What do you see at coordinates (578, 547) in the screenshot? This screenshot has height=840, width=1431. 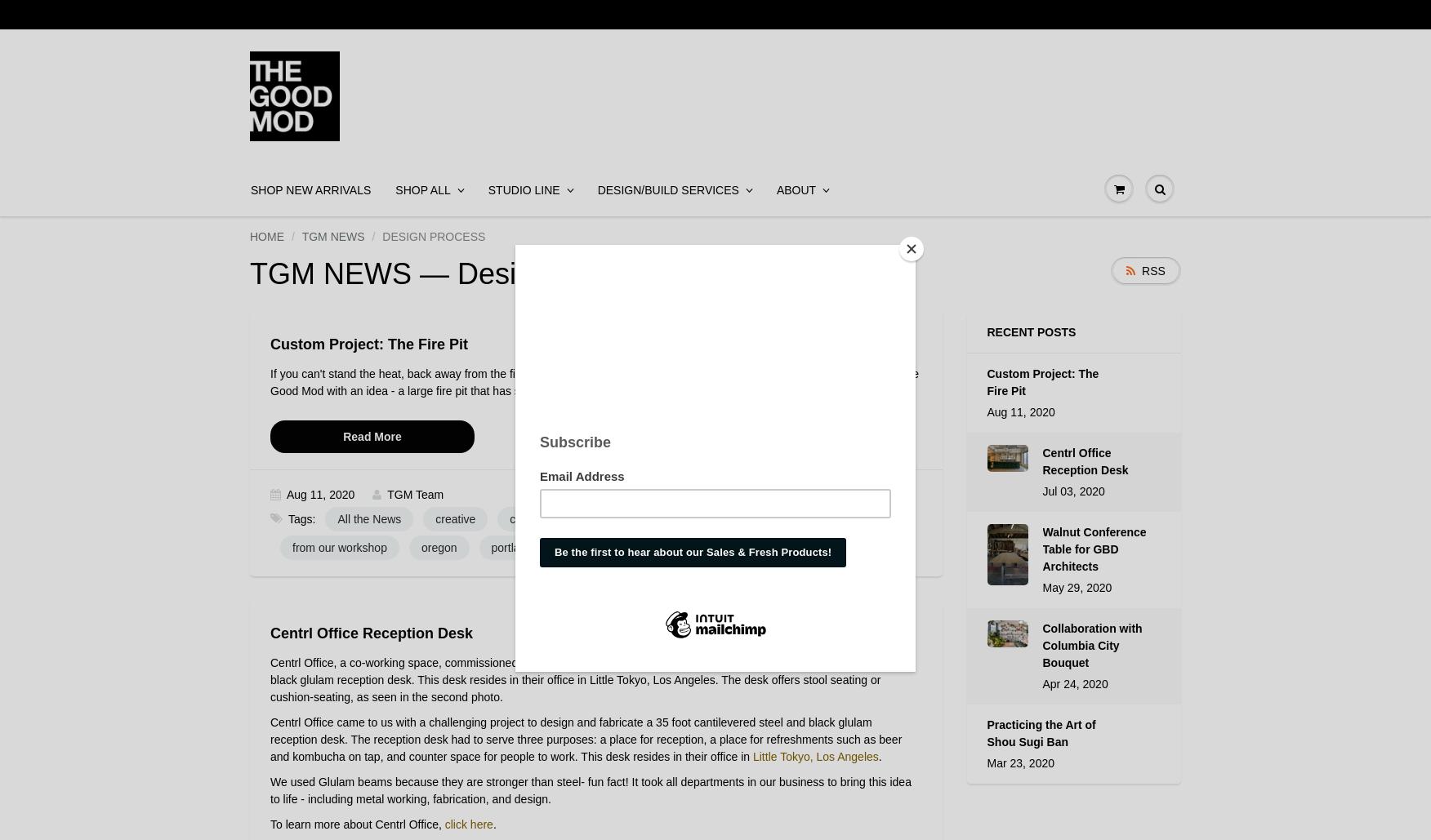 I see `'TGM'` at bounding box center [578, 547].